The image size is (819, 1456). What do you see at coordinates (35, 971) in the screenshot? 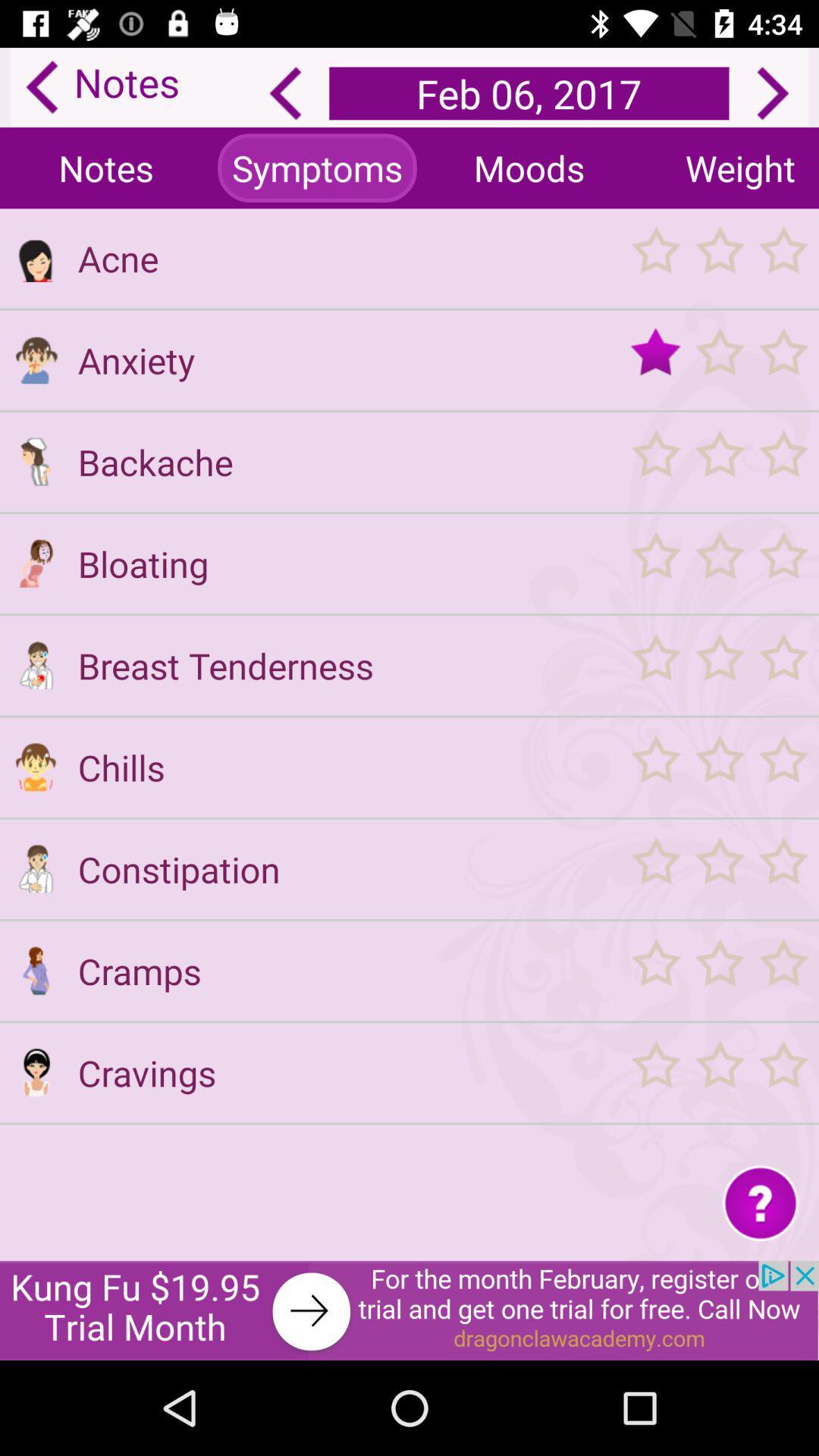
I see `menu option` at bounding box center [35, 971].